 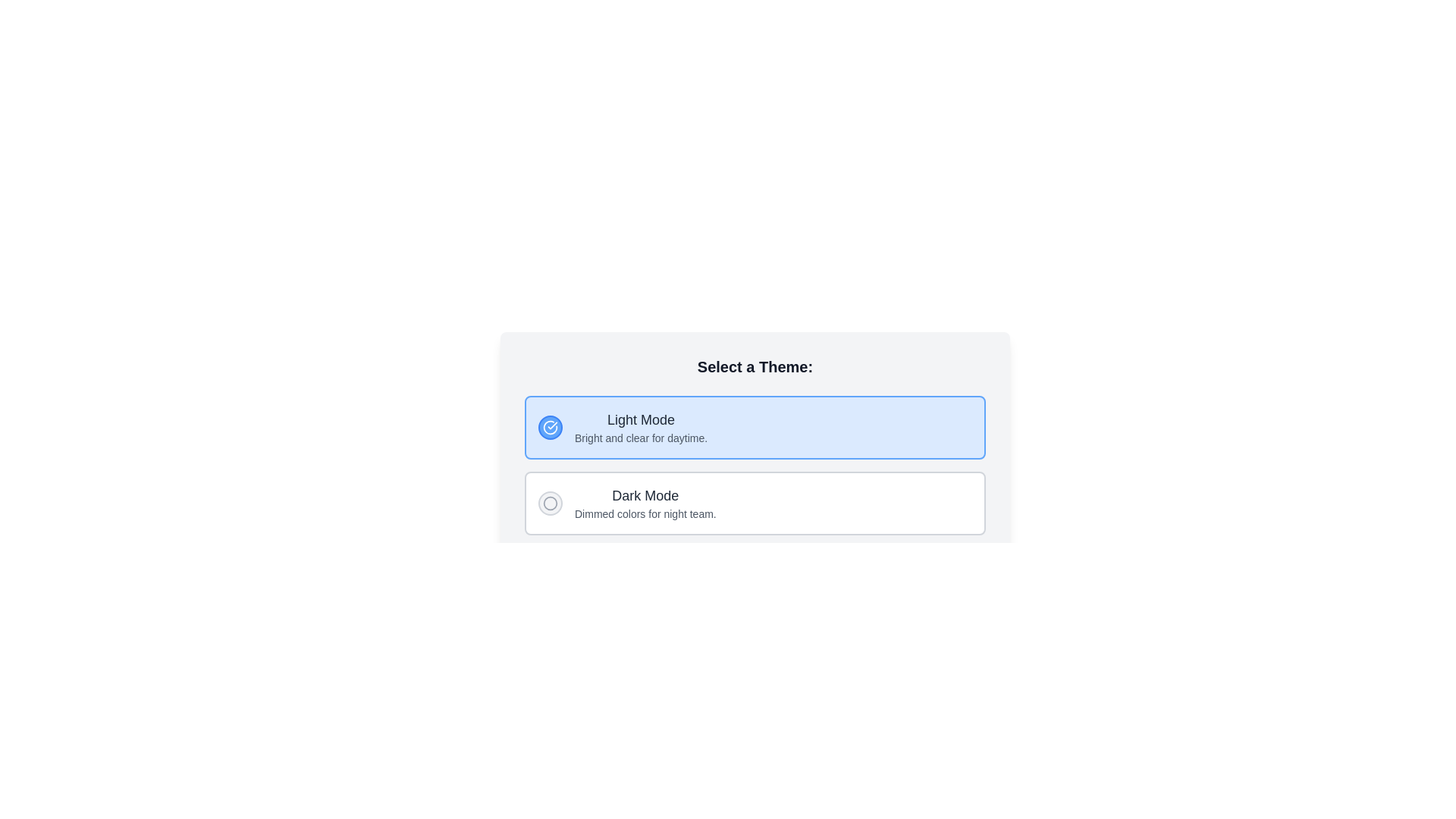 I want to click on the 'Dark Mode' option element, which includes a bold title and a gray circle icon, so click(x=627, y=503).